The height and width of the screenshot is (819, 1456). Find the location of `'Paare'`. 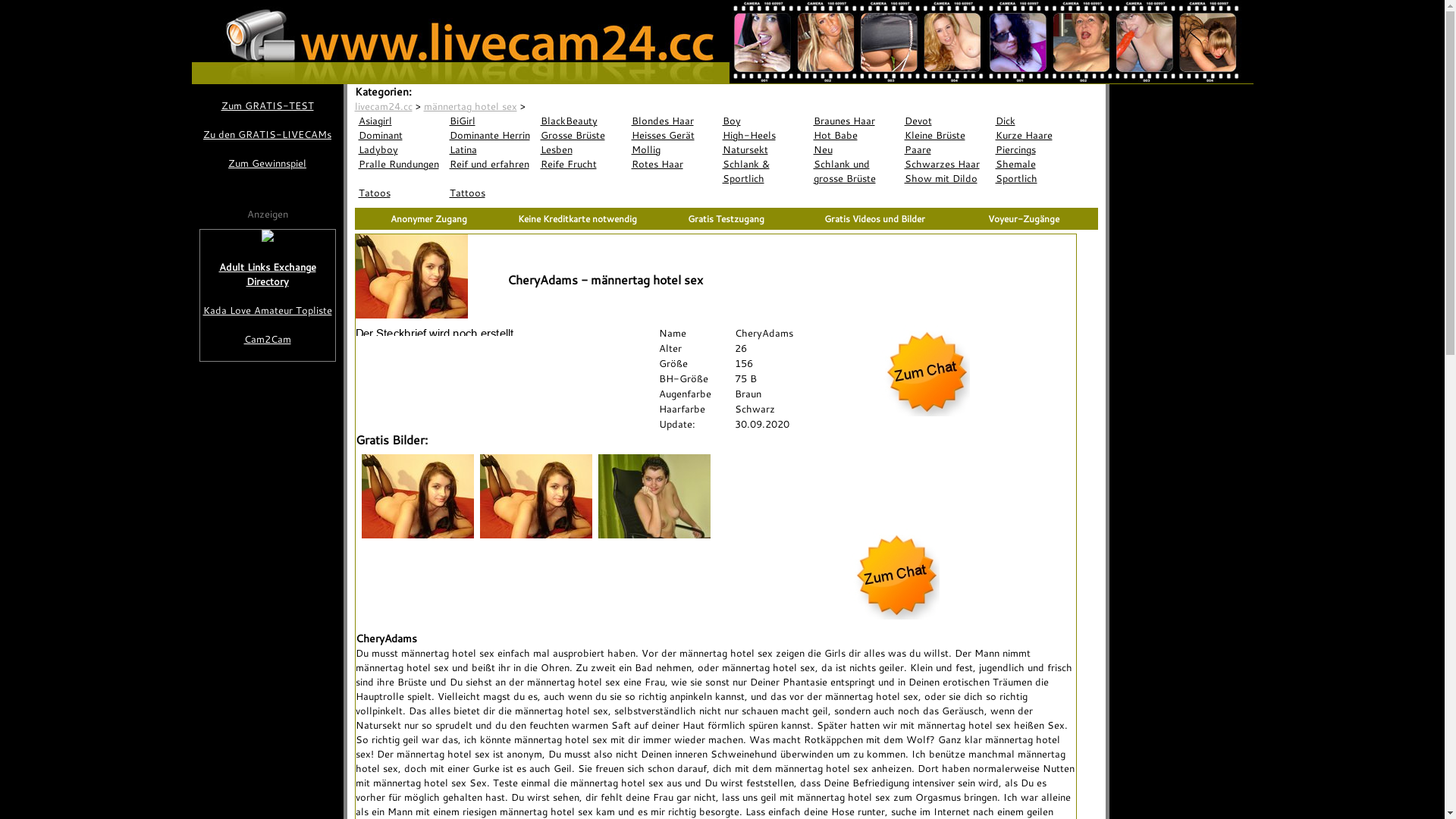

'Paare' is located at coordinates (946, 149).